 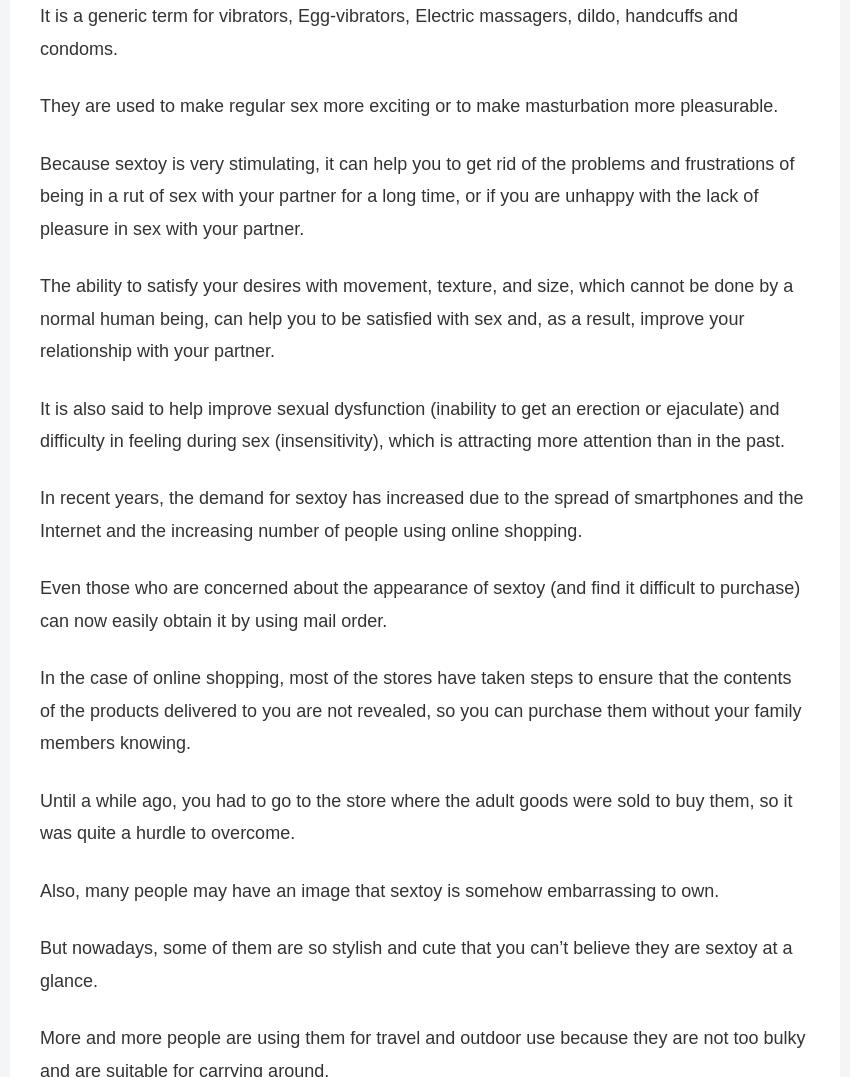 What do you see at coordinates (415, 964) in the screenshot?
I see `'But nowadays, some of them are so stylish and cute that you can’t believe they are sextoy at a glance.'` at bounding box center [415, 964].